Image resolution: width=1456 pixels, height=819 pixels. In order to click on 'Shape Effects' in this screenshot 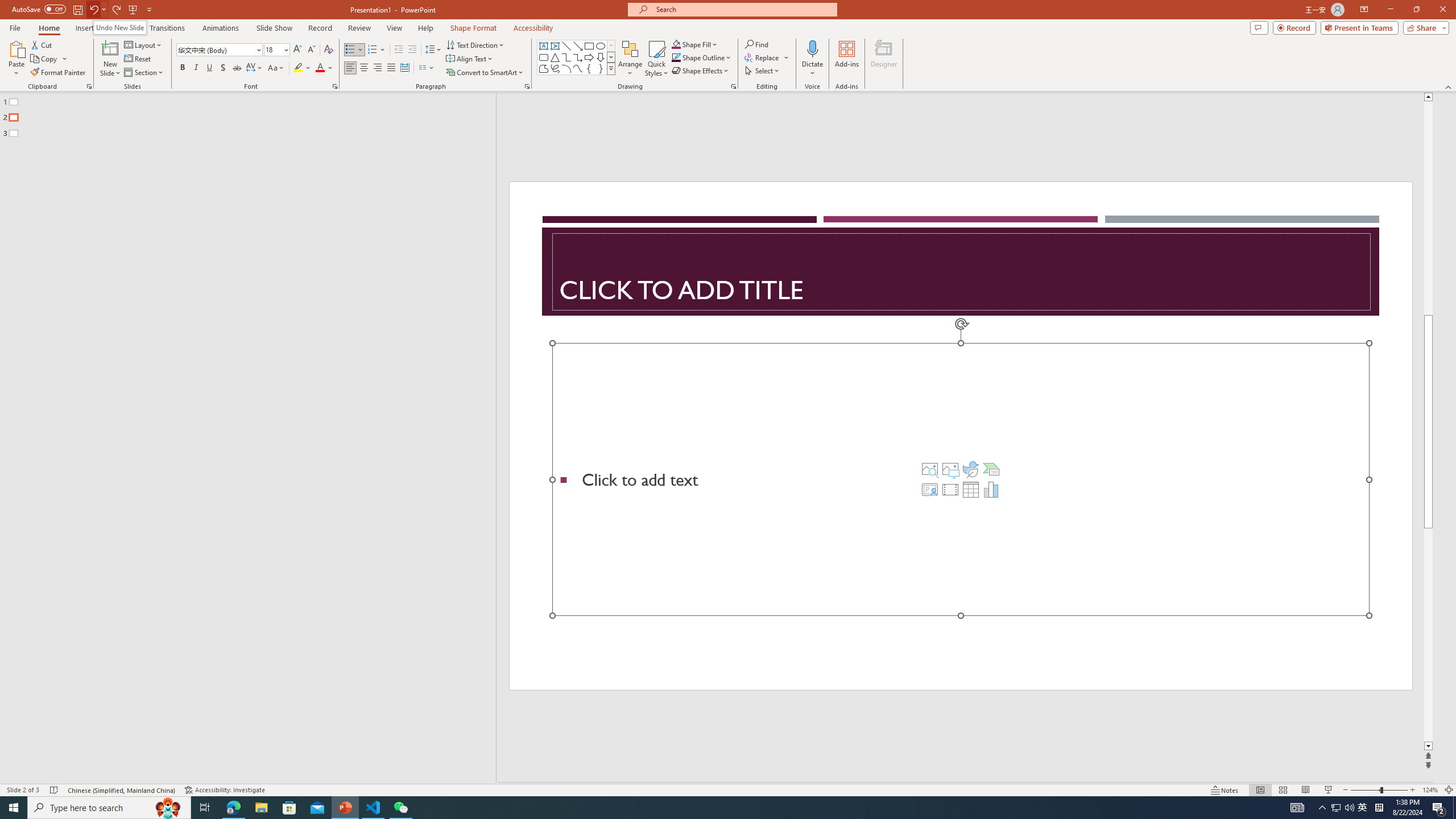, I will do `click(700, 69)`.